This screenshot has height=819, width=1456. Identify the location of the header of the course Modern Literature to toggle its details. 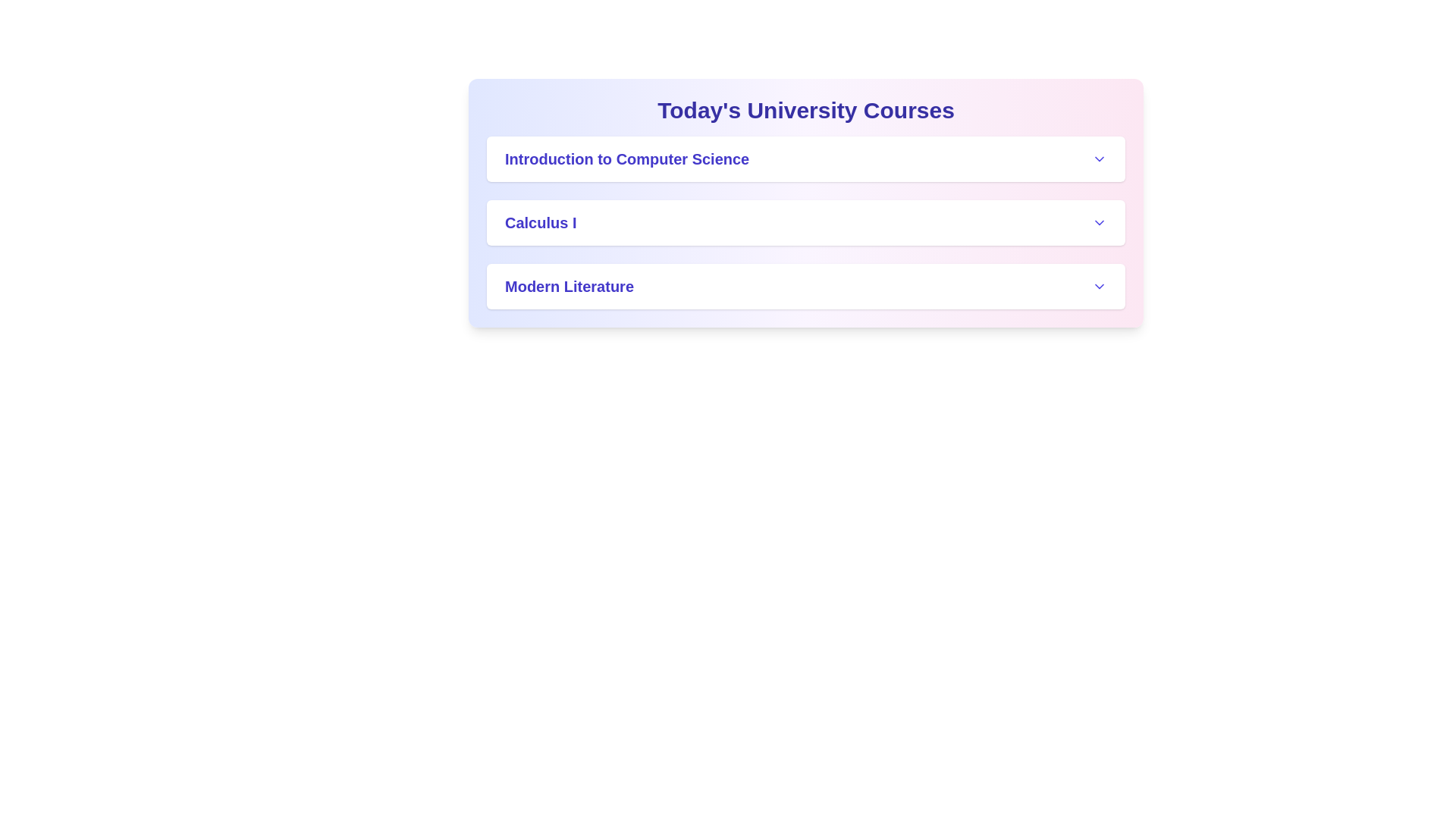
(805, 287).